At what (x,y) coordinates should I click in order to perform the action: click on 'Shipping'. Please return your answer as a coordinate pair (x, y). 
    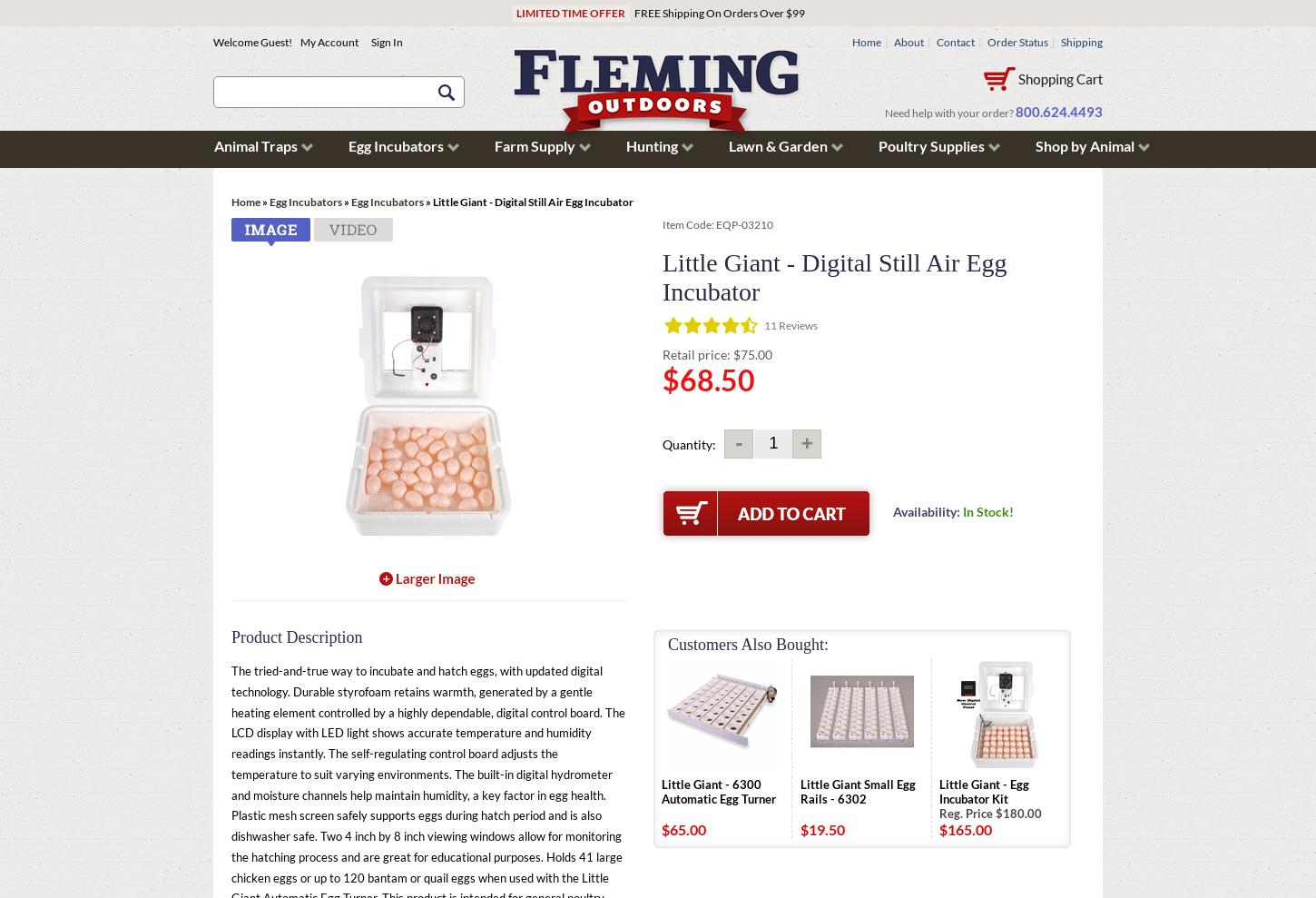
    Looking at the image, I should click on (1081, 41).